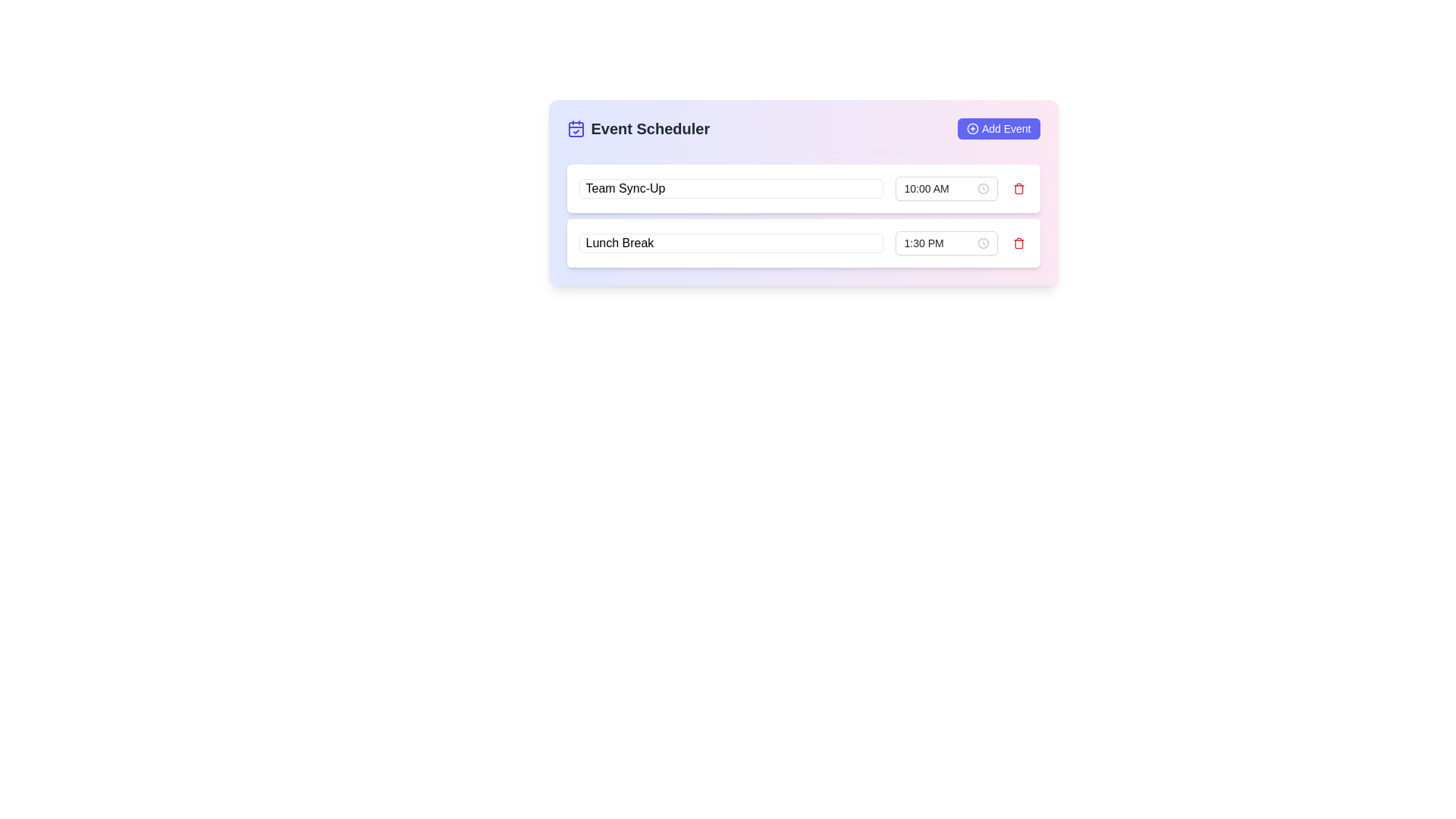  What do you see at coordinates (983, 188) in the screenshot?
I see `the icon located at the rightmost side of the time-picker input field` at bounding box center [983, 188].